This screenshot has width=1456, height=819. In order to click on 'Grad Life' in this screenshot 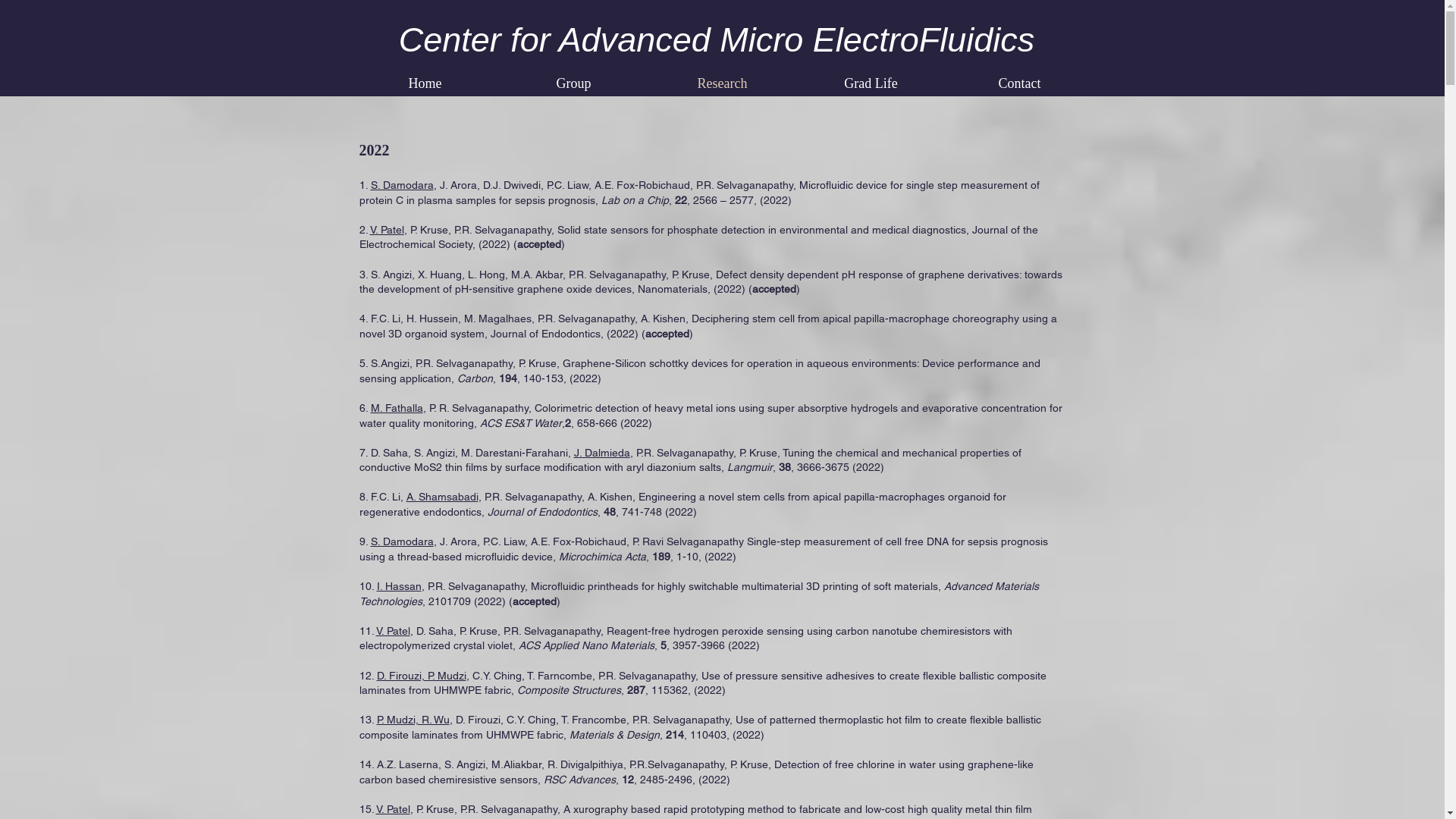, I will do `click(870, 83)`.